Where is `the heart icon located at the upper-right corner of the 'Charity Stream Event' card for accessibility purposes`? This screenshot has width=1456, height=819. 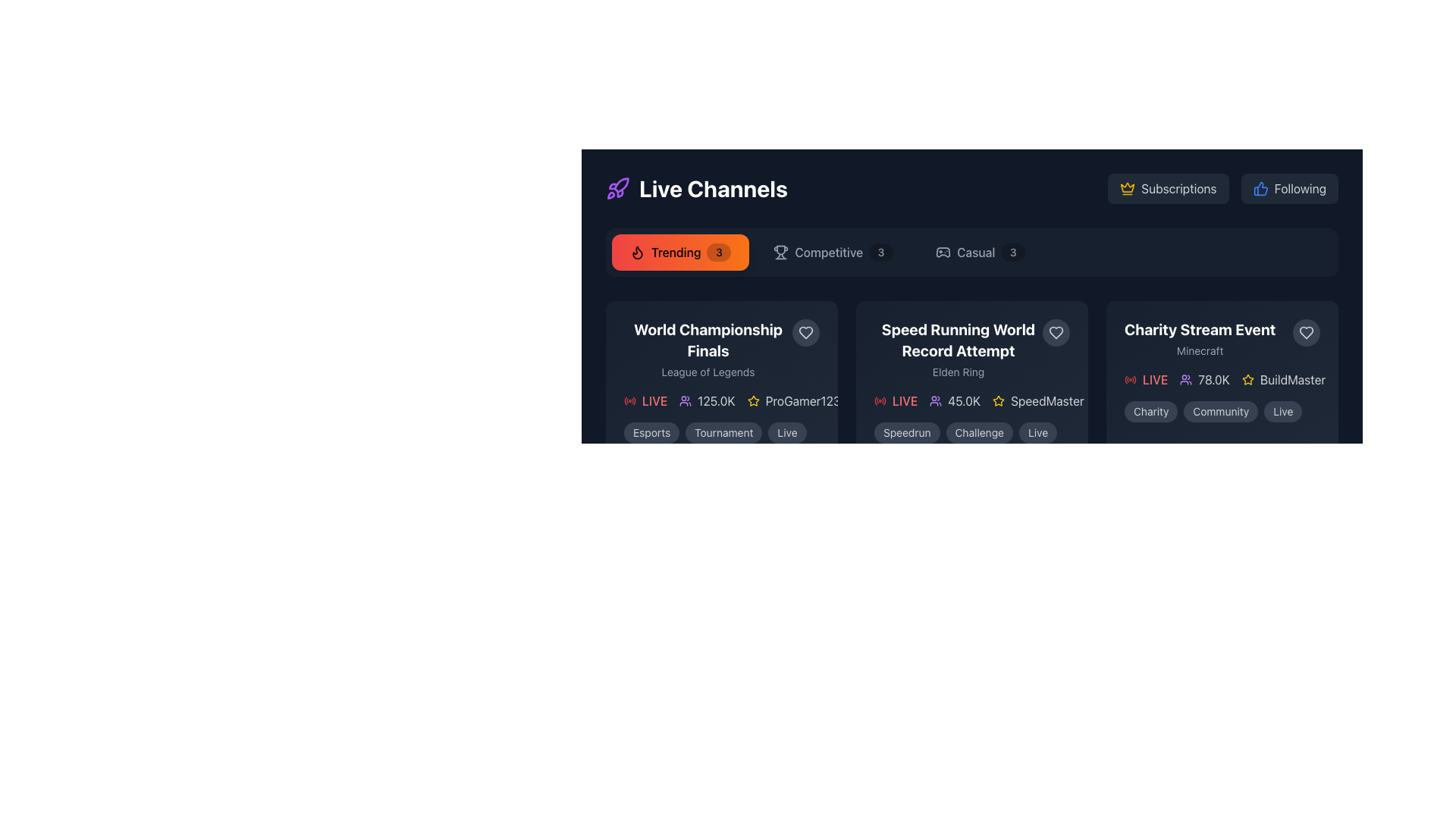
the heart icon located at the upper-right corner of the 'Charity Stream Event' card for accessibility purposes is located at coordinates (1306, 332).